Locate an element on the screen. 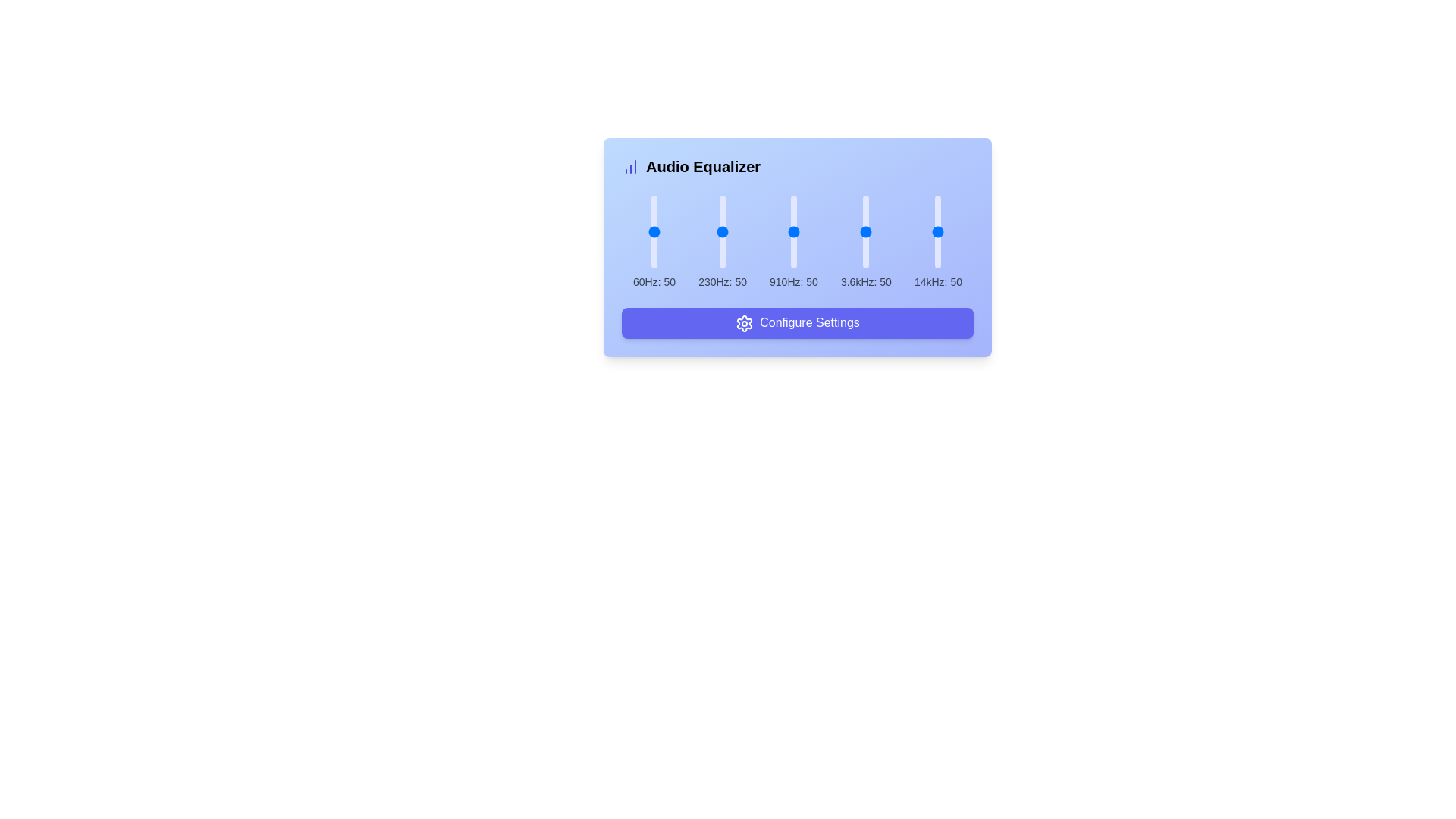 Image resolution: width=1456 pixels, height=819 pixels. the slider value is located at coordinates (937, 209).